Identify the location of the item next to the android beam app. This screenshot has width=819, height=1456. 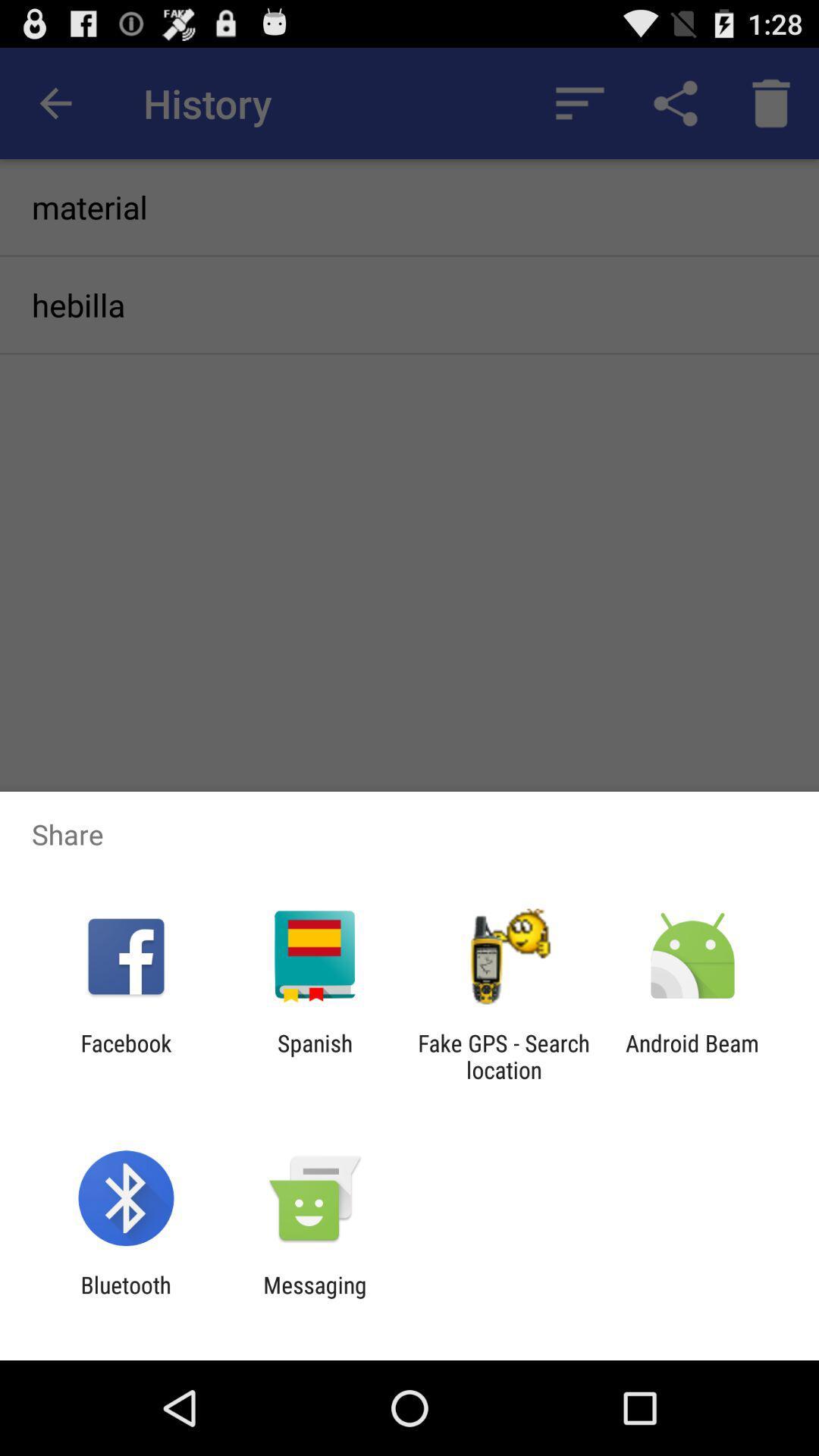
(504, 1056).